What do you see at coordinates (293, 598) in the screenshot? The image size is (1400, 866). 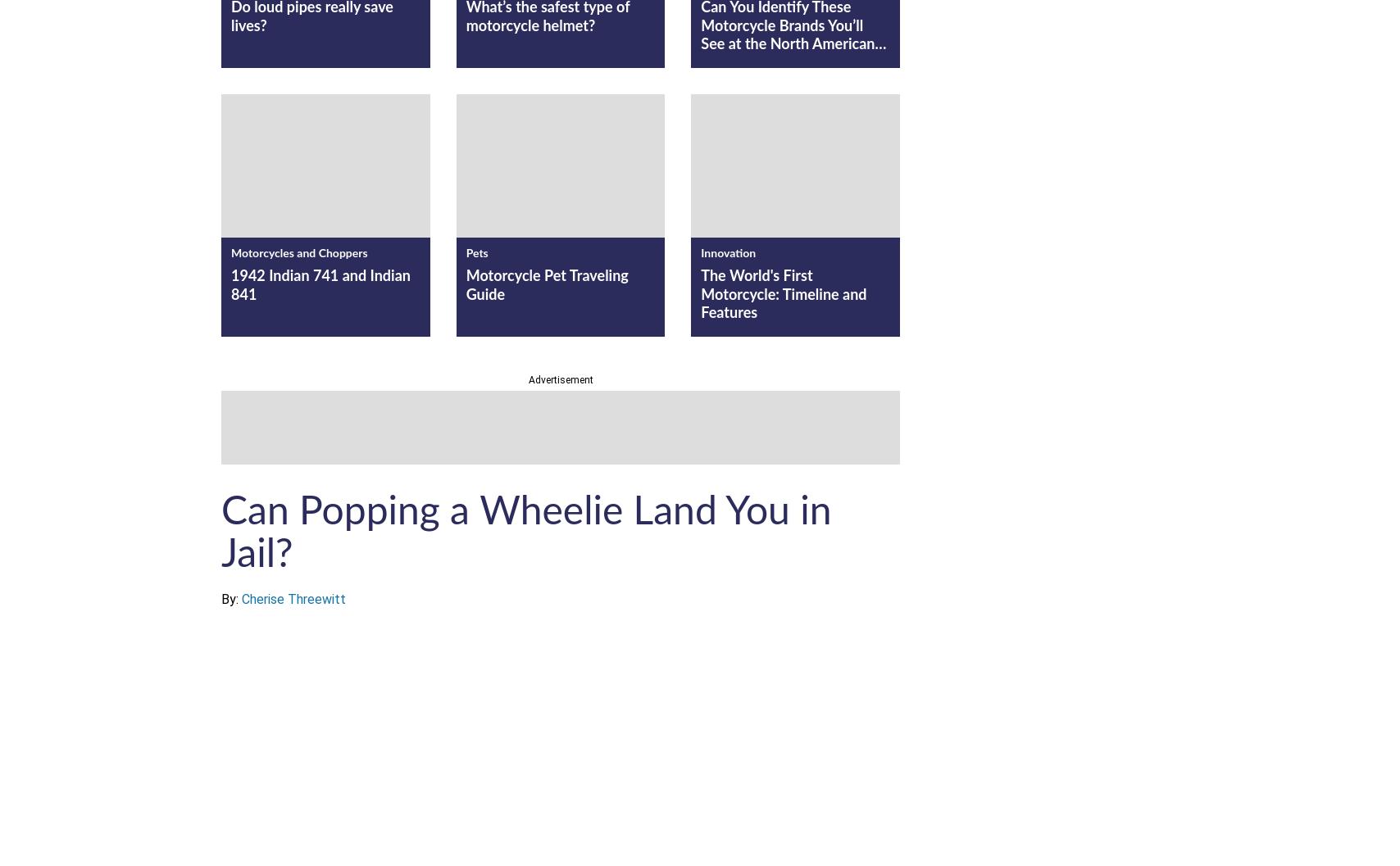 I see `'Cherise Threewitt'` at bounding box center [293, 598].